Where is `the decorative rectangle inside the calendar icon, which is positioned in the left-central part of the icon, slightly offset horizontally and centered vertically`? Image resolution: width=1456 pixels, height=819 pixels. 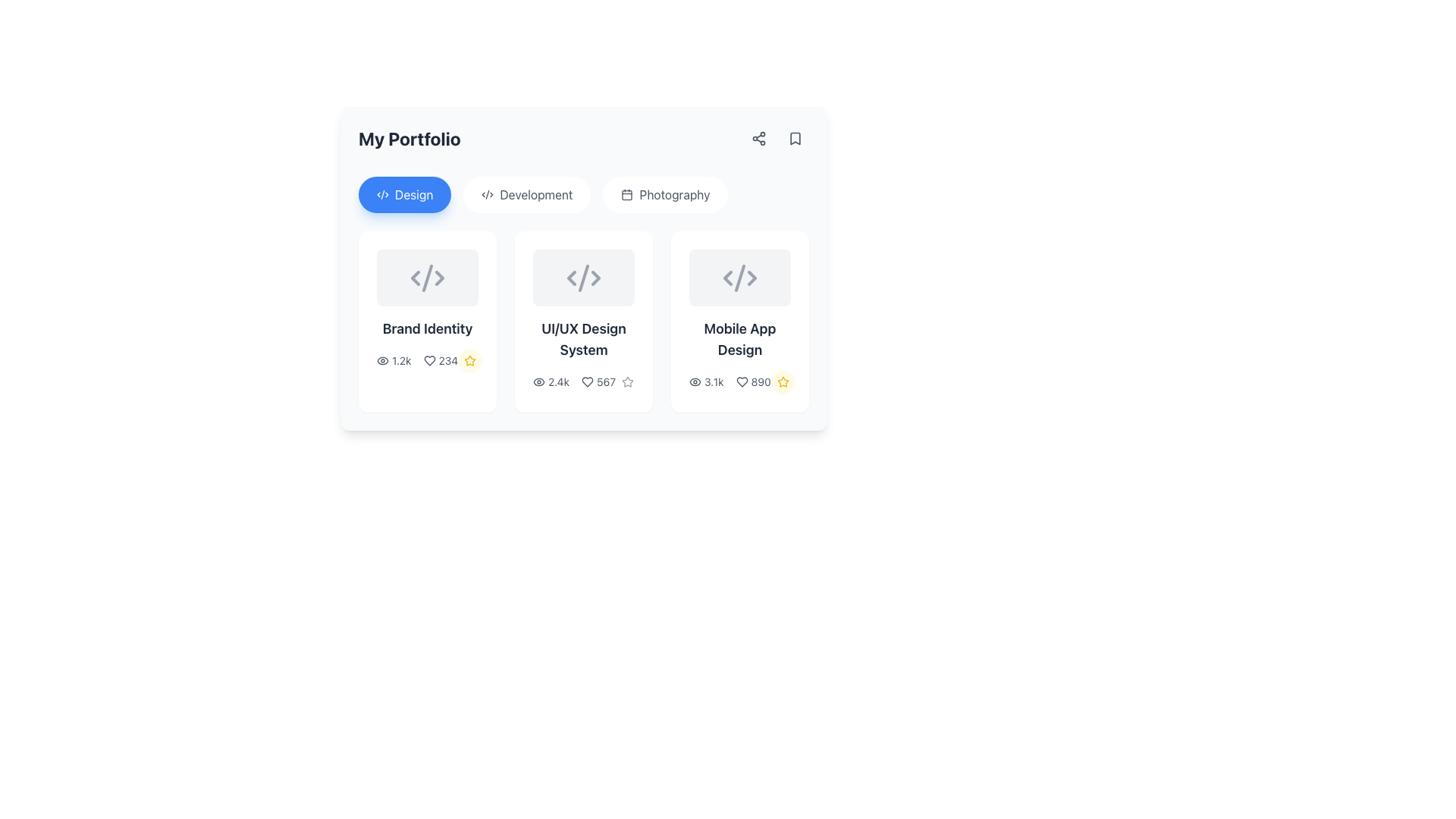
the decorative rectangle inside the calendar icon, which is positioned in the left-central part of the icon, slightly offset horizontally and centered vertically is located at coordinates (627, 194).